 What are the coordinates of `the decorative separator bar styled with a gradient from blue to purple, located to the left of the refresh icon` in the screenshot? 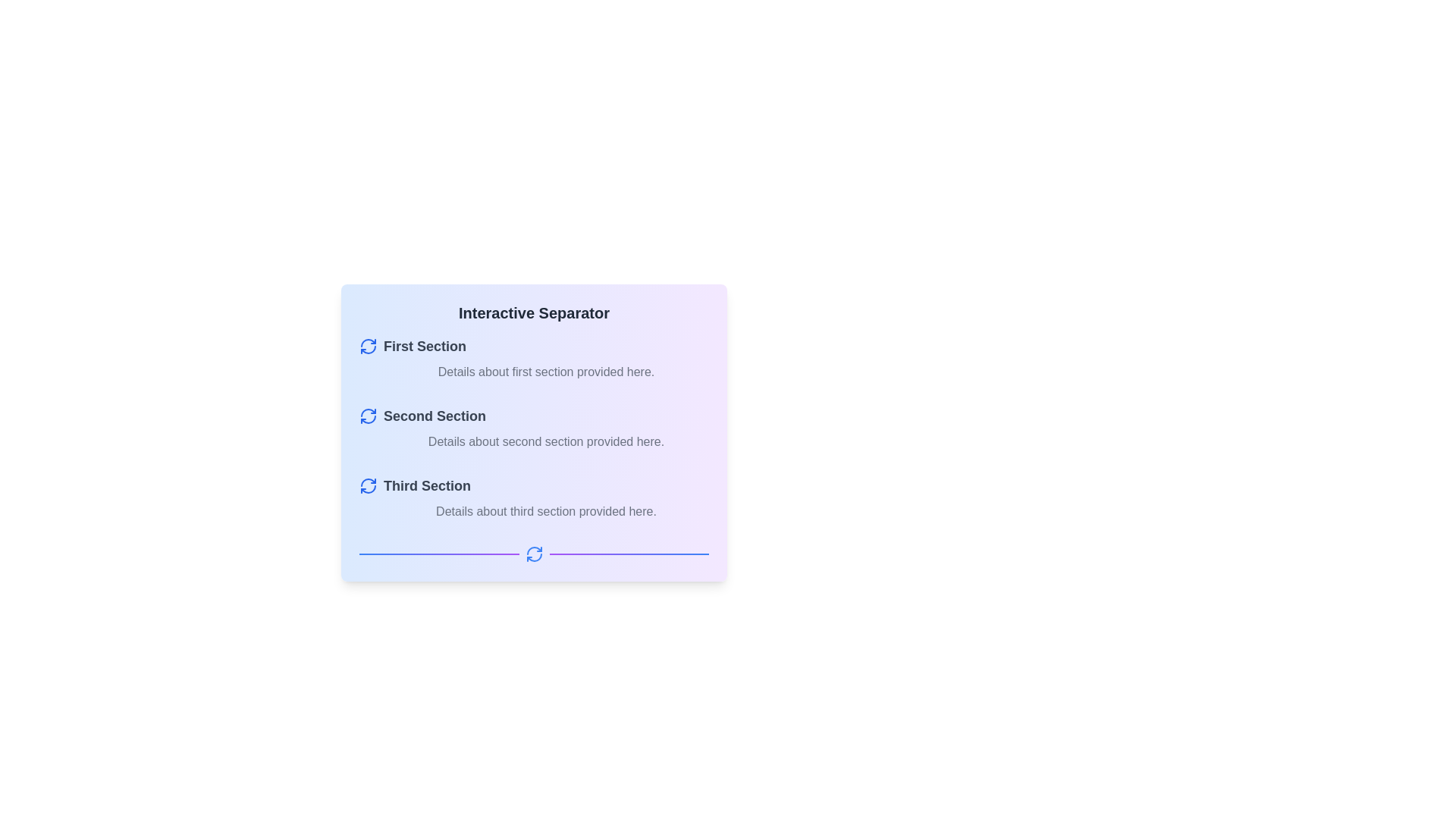 It's located at (438, 554).